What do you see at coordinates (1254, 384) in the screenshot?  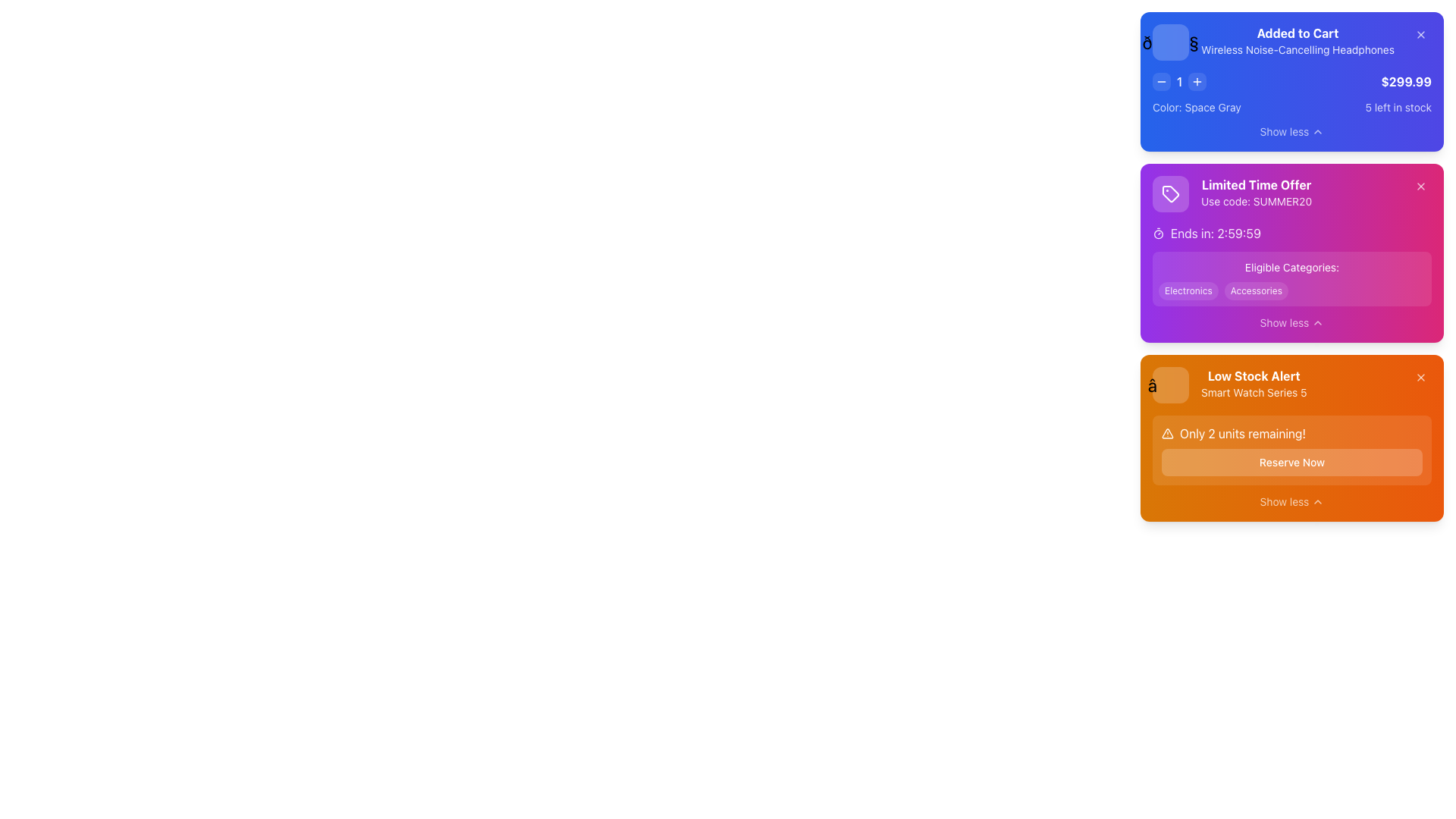 I see `notification text label conveying the low stock status of the 'Smart Watch Series 5', located in the bottommost orange section of the interface` at bounding box center [1254, 384].